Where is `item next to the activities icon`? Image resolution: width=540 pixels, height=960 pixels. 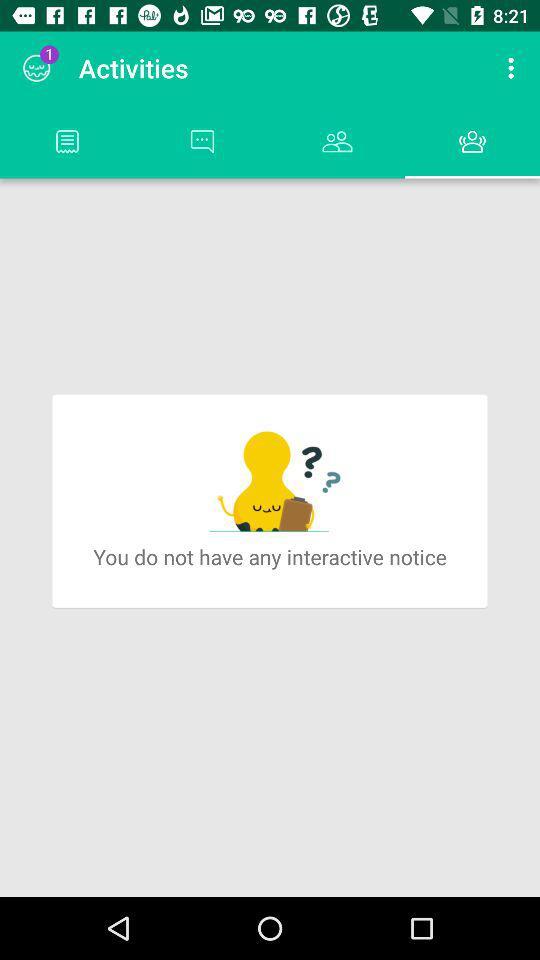 item next to the activities icon is located at coordinates (513, 68).